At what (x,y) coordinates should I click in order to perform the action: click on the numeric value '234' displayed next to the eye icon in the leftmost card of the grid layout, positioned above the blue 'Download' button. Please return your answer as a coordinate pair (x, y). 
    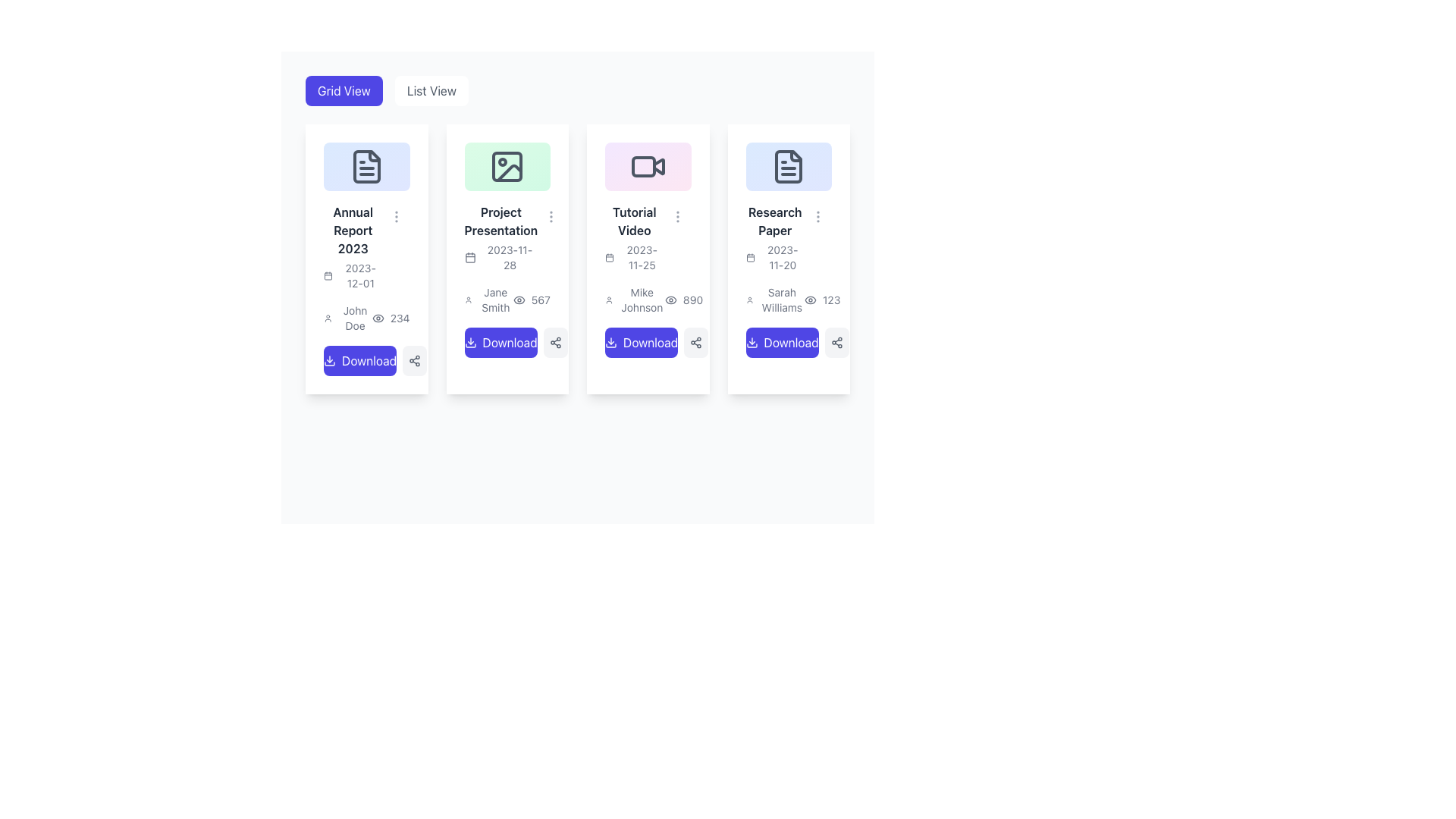
    Looking at the image, I should click on (391, 317).